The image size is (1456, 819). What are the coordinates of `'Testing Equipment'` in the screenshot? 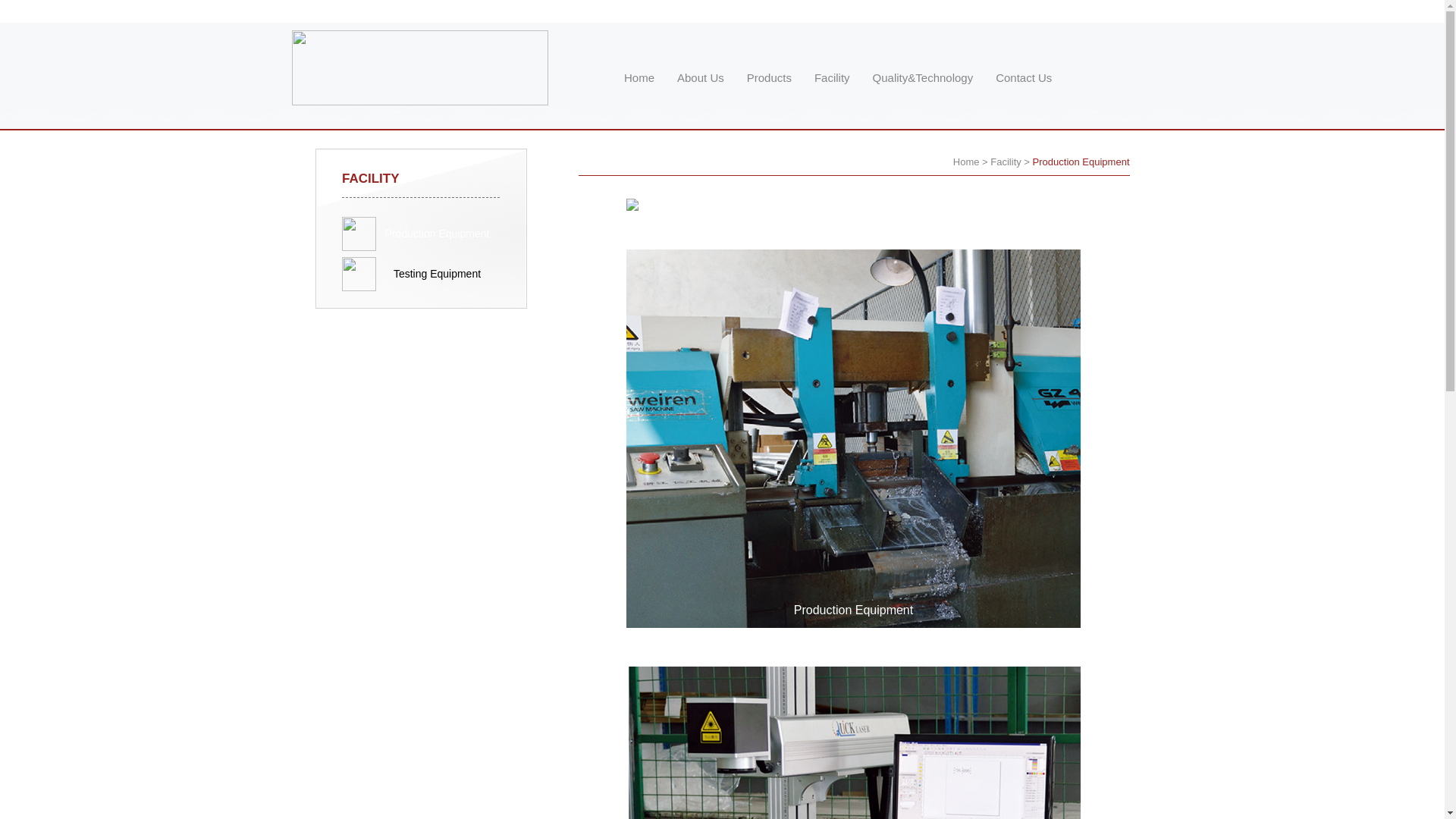 It's located at (436, 274).